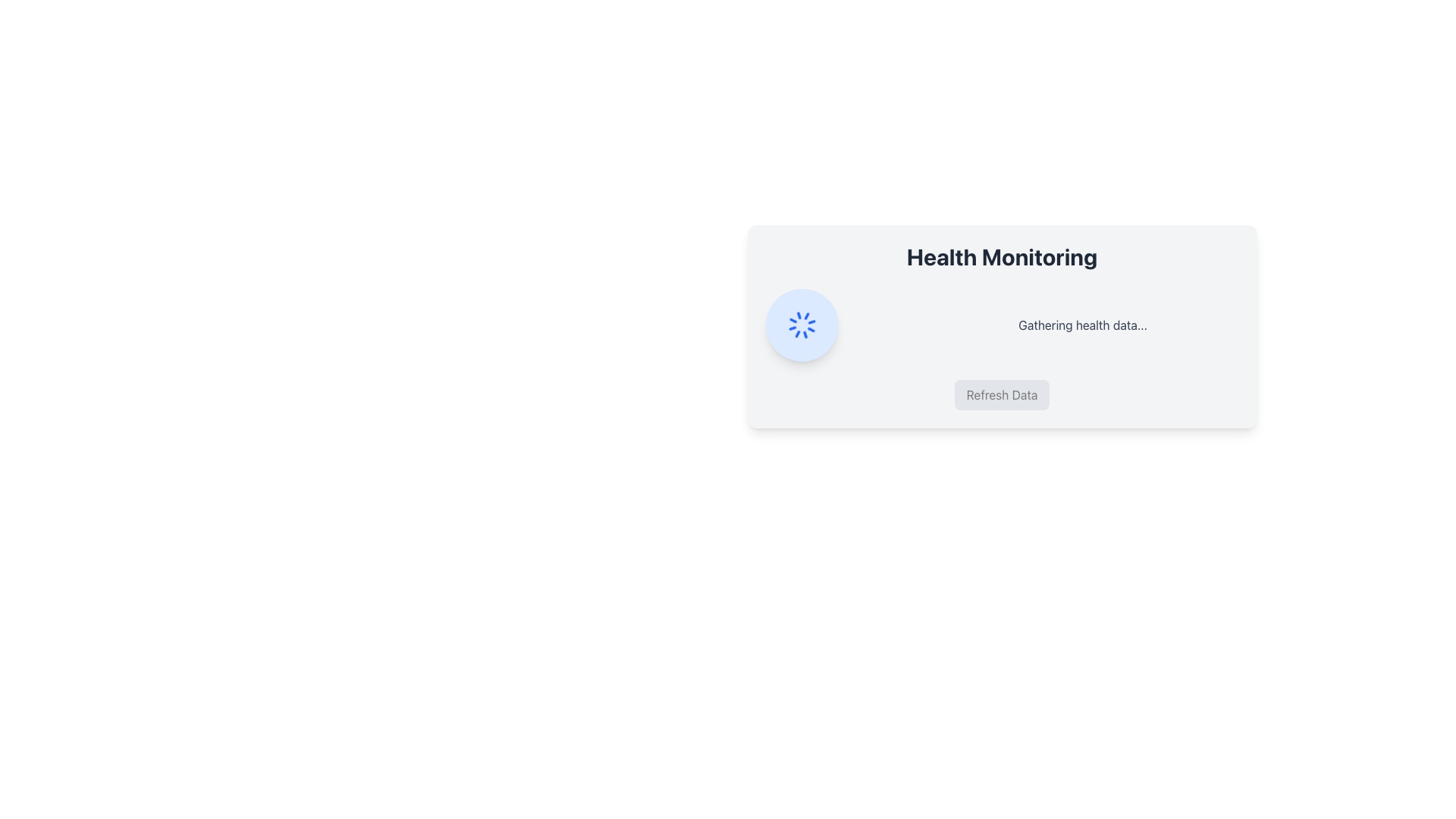 The width and height of the screenshot is (1456, 819). I want to click on the informational block indicating a loading process related to health data updates within the 'Health Monitoring' card, so click(1002, 324).